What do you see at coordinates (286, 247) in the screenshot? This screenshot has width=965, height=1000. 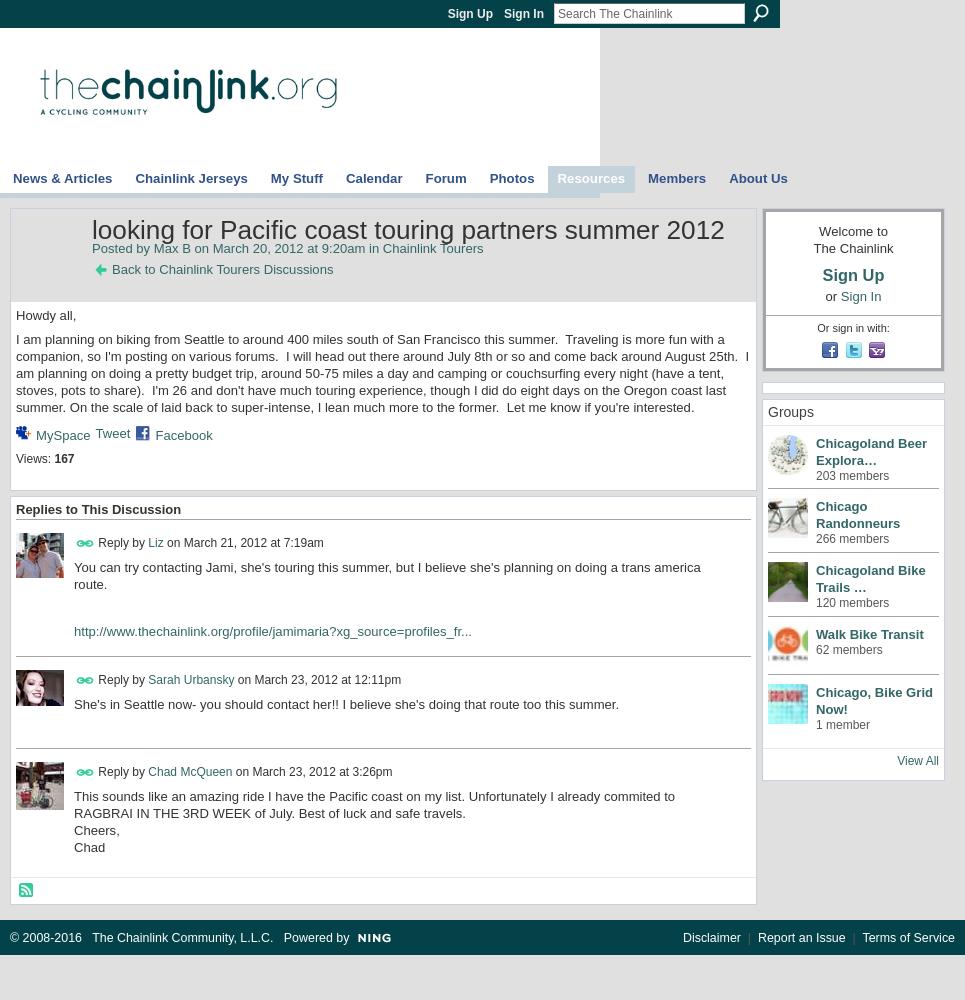 I see `'on March 20, 2012 at 9:20am in'` at bounding box center [286, 247].